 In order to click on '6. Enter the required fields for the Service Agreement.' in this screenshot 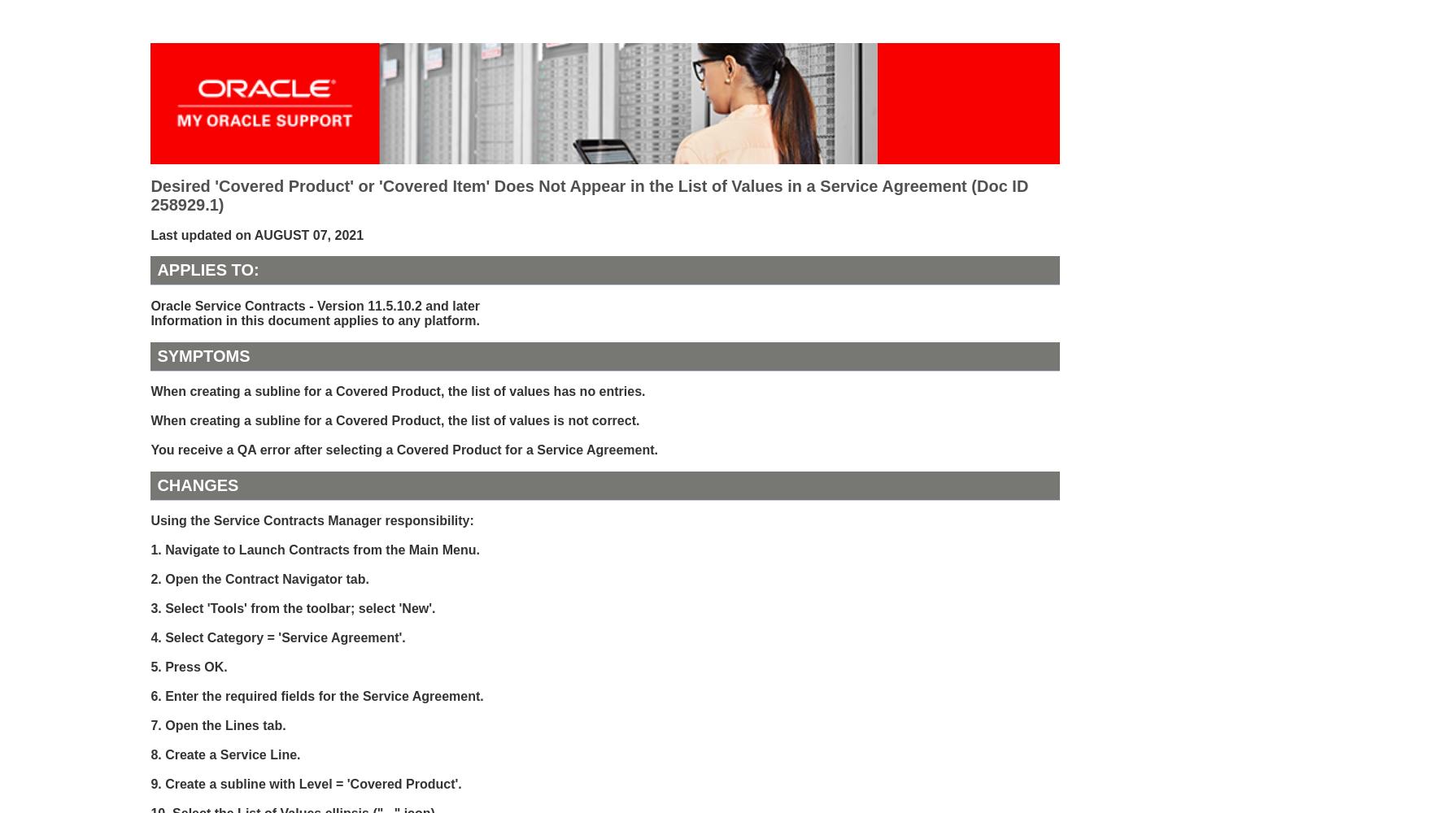, I will do `click(316, 695)`.